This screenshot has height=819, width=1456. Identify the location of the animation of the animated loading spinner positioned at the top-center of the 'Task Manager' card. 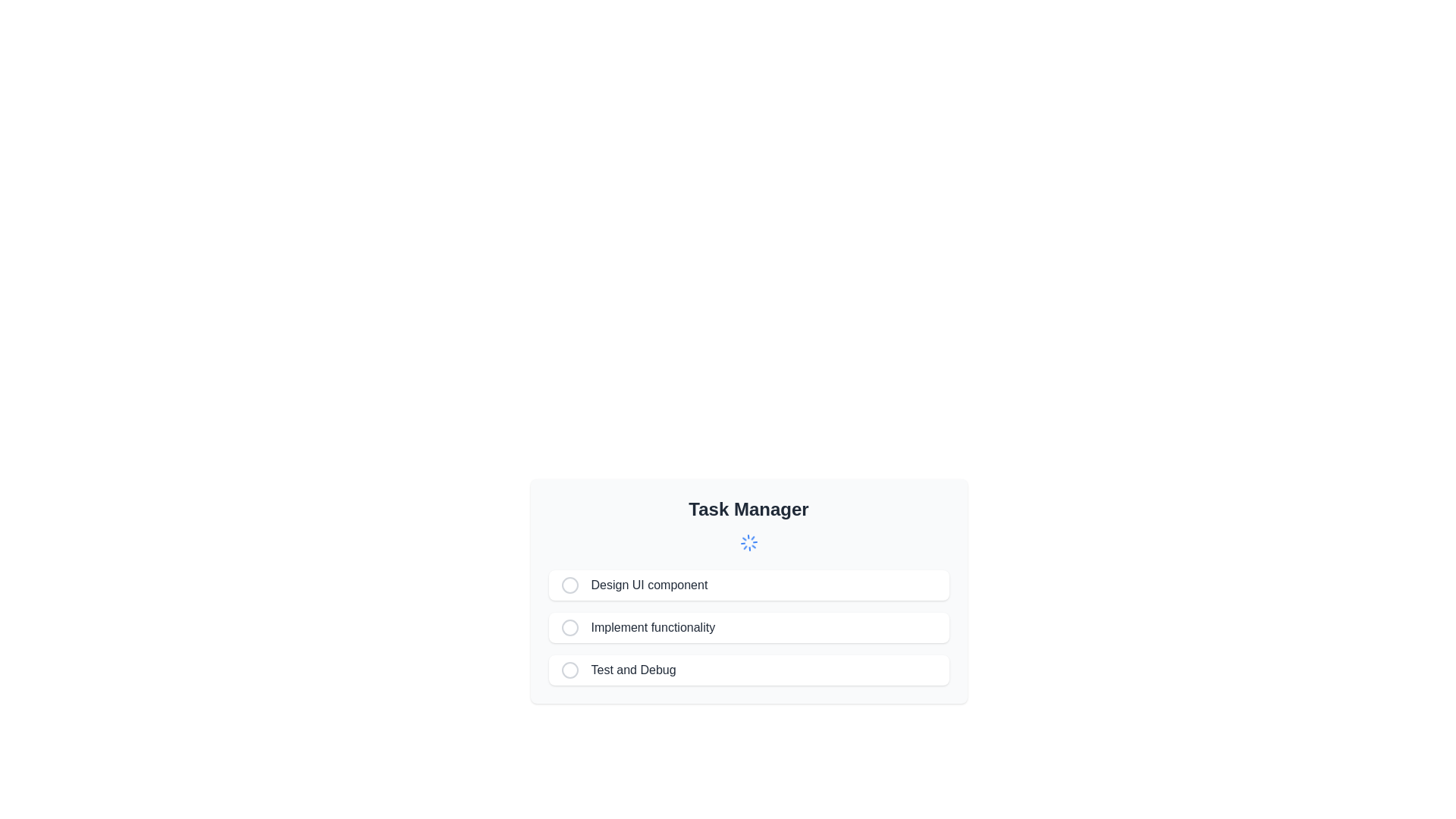
(748, 542).